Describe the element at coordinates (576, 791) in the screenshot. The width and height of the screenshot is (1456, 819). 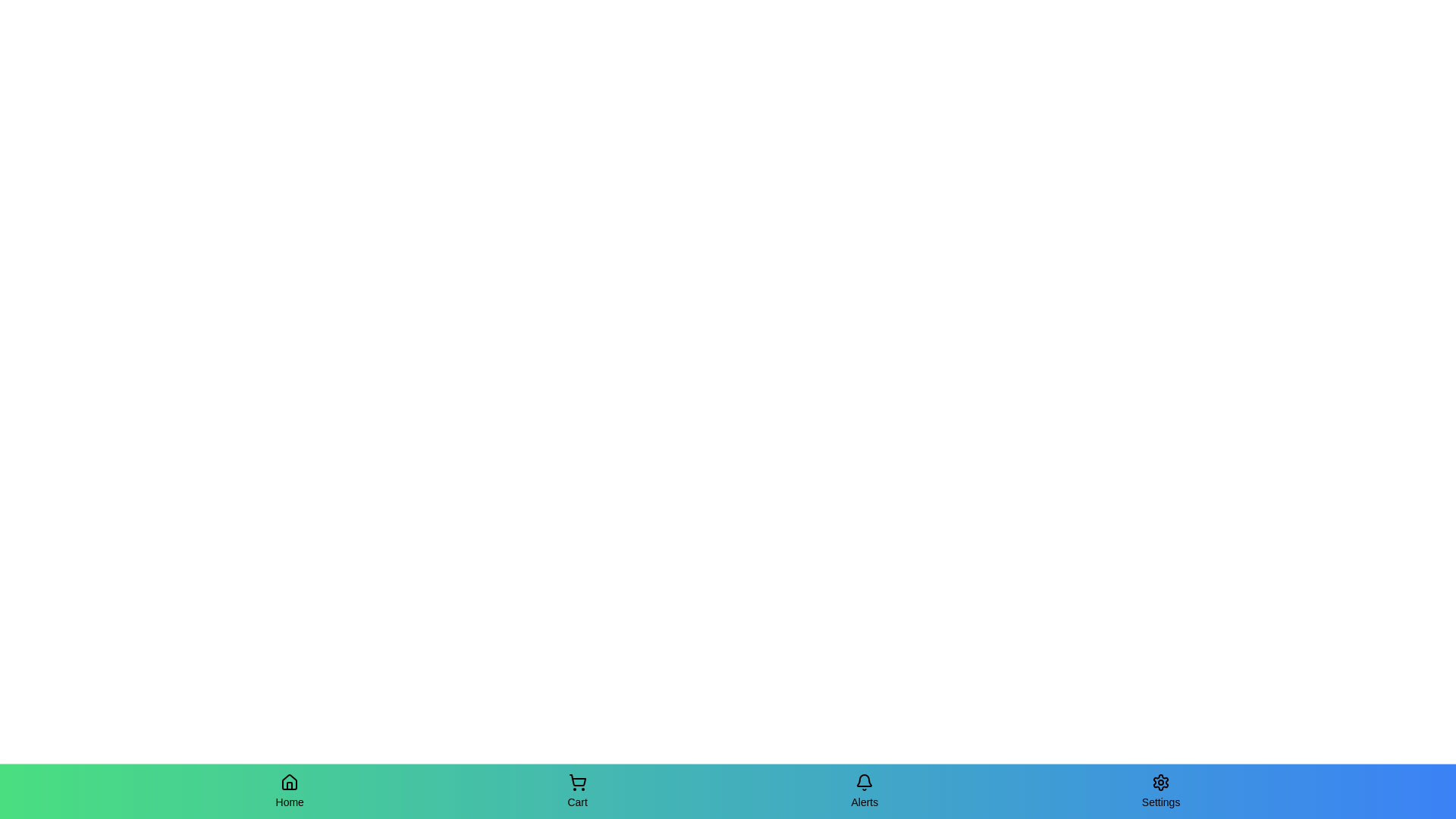
I see `the Cart tab by clicking on it` at that location.